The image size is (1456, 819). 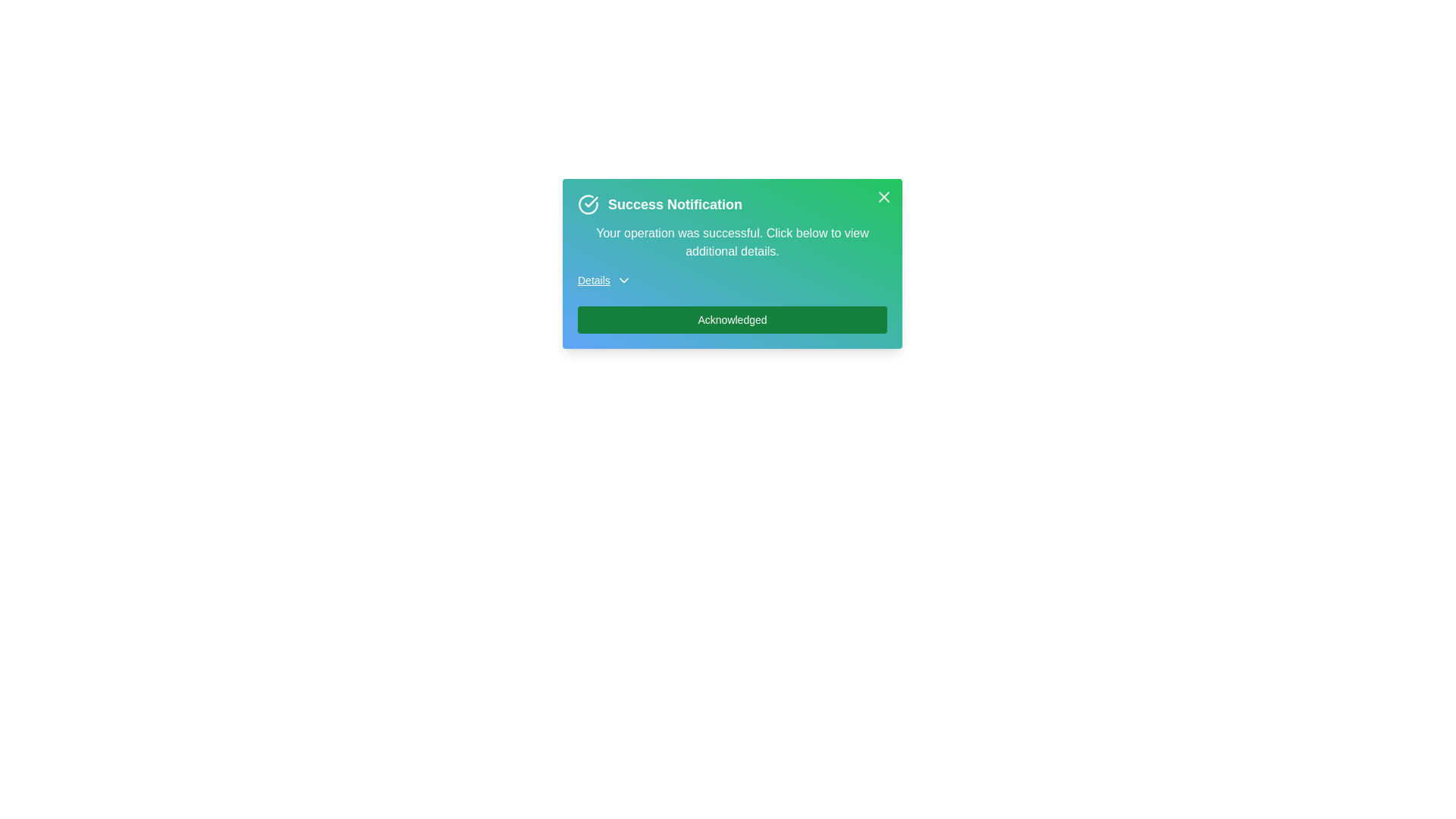 What do you see at coordinates (732, 318) in the screenshot?
I see `the 'Acknowledged' button to acknowledge the alert` at bounding box center [732, 318].